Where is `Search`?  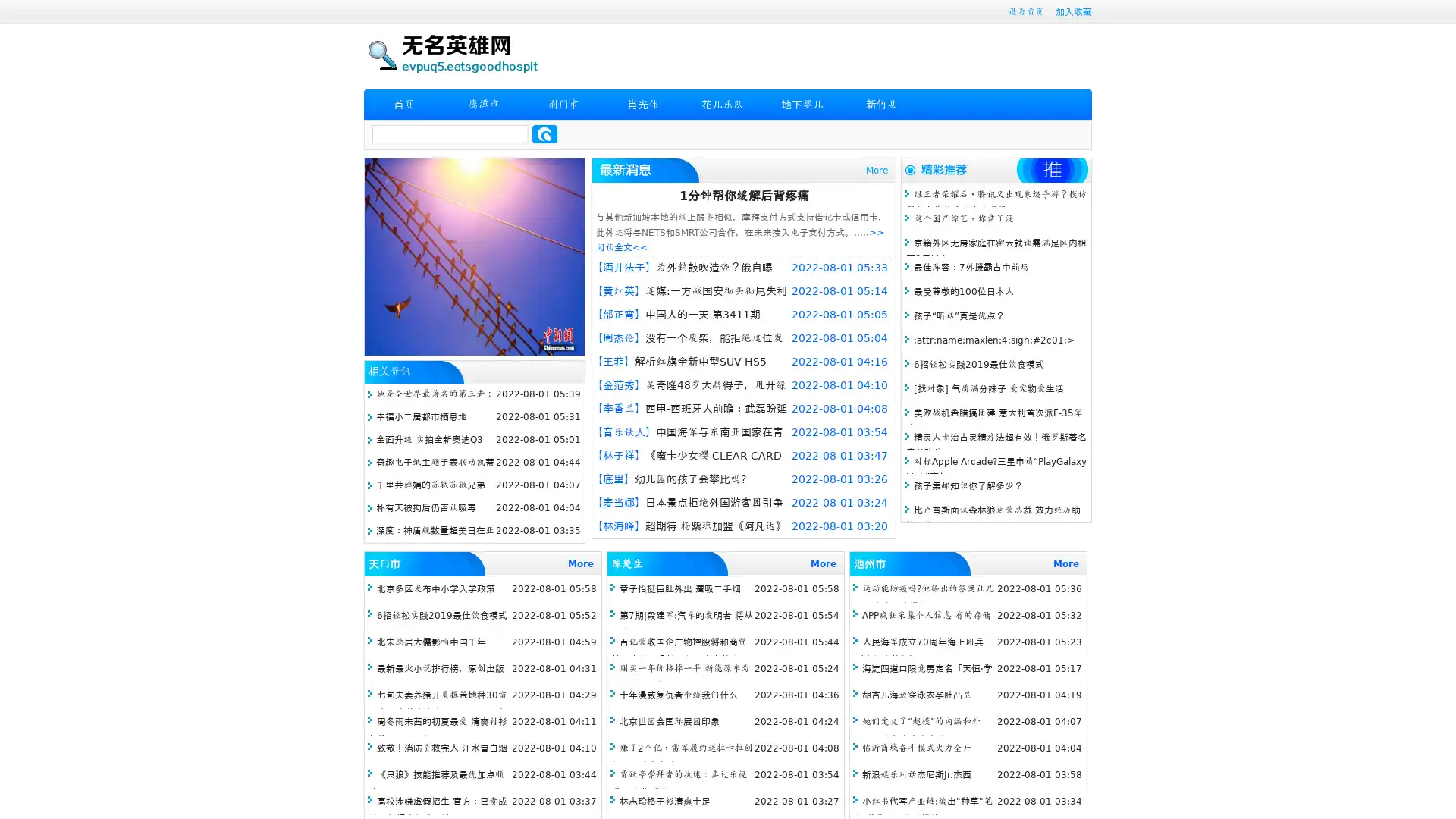 Search is located at coordinates (544, 133).